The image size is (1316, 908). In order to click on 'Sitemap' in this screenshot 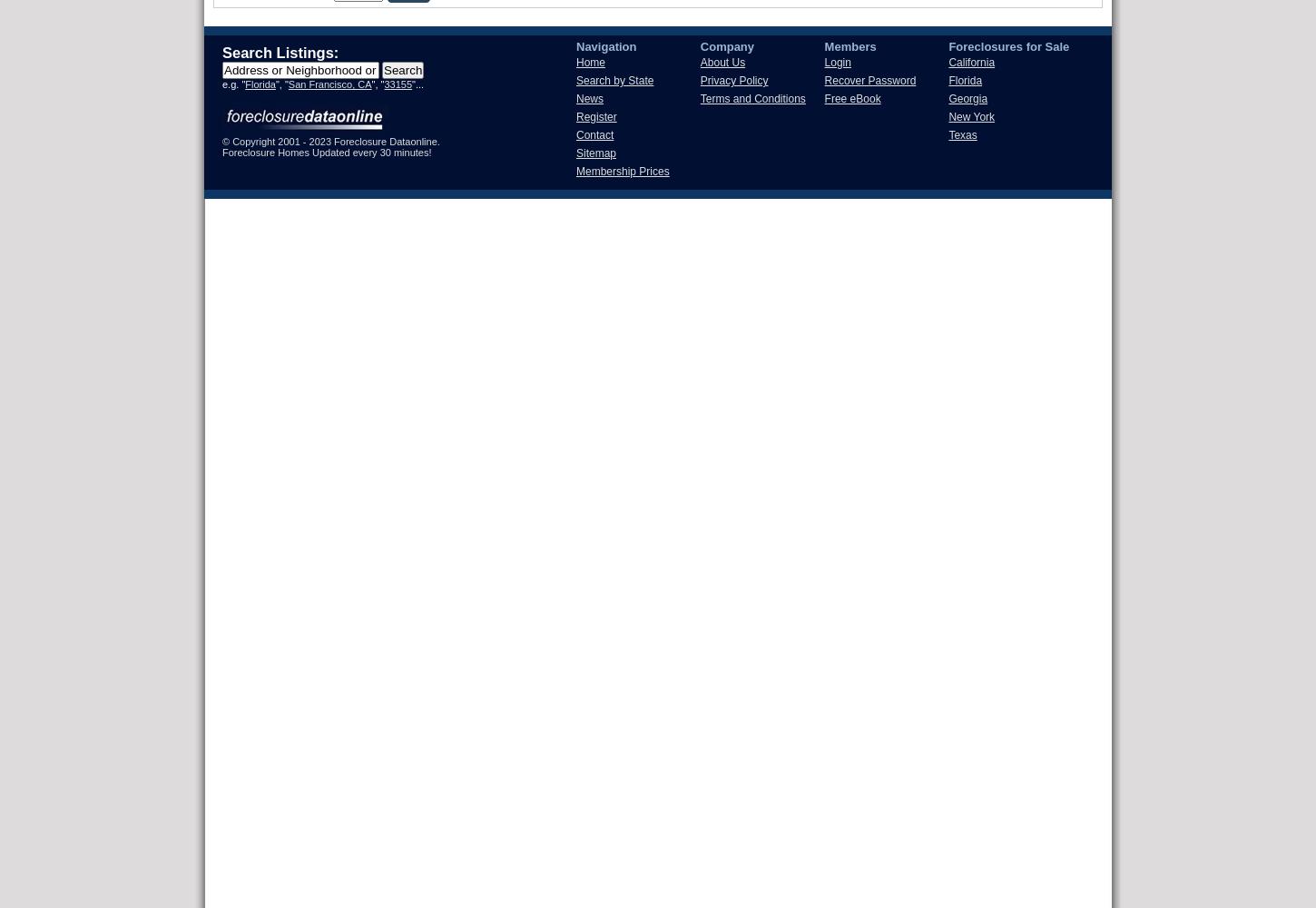, I will do `click(594, 153)`.